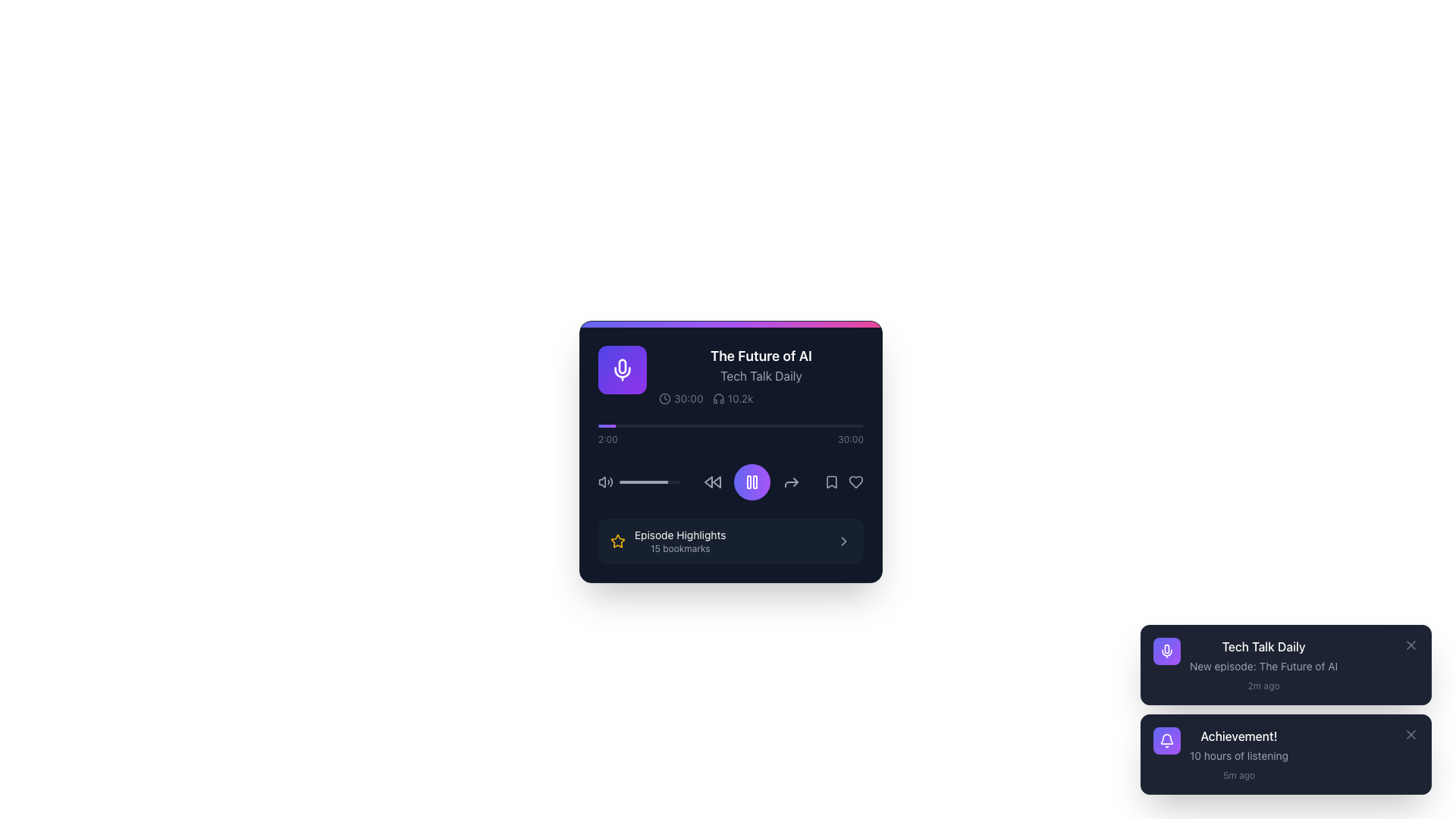 This screenshot has width=1456, height=819. I want to click on the progress bar, so click(675, 482).